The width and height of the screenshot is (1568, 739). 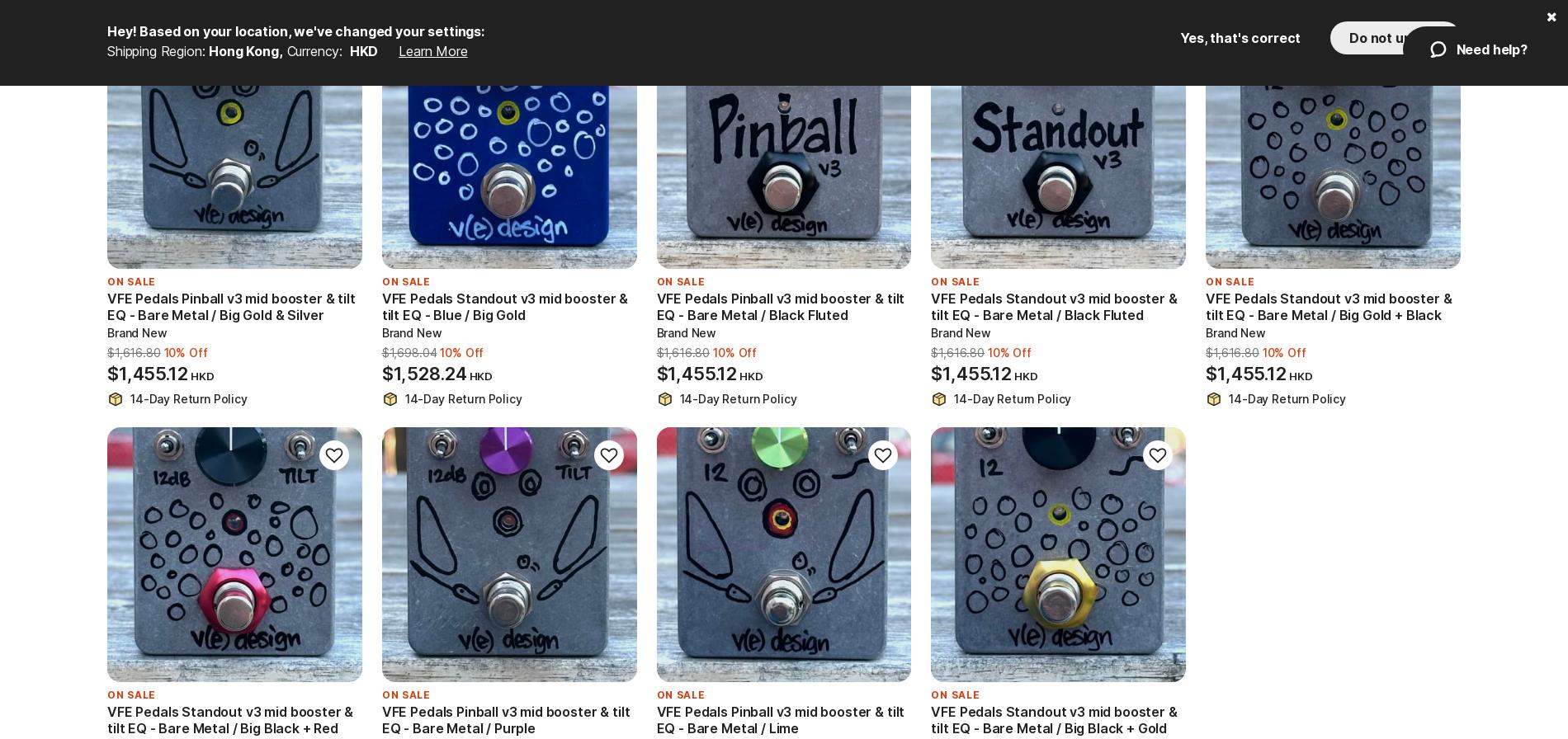 What do you see at coordinates (244, 51) in the screenshot?
I see `'Hong Kong,'` at bounding box center [244, 51].